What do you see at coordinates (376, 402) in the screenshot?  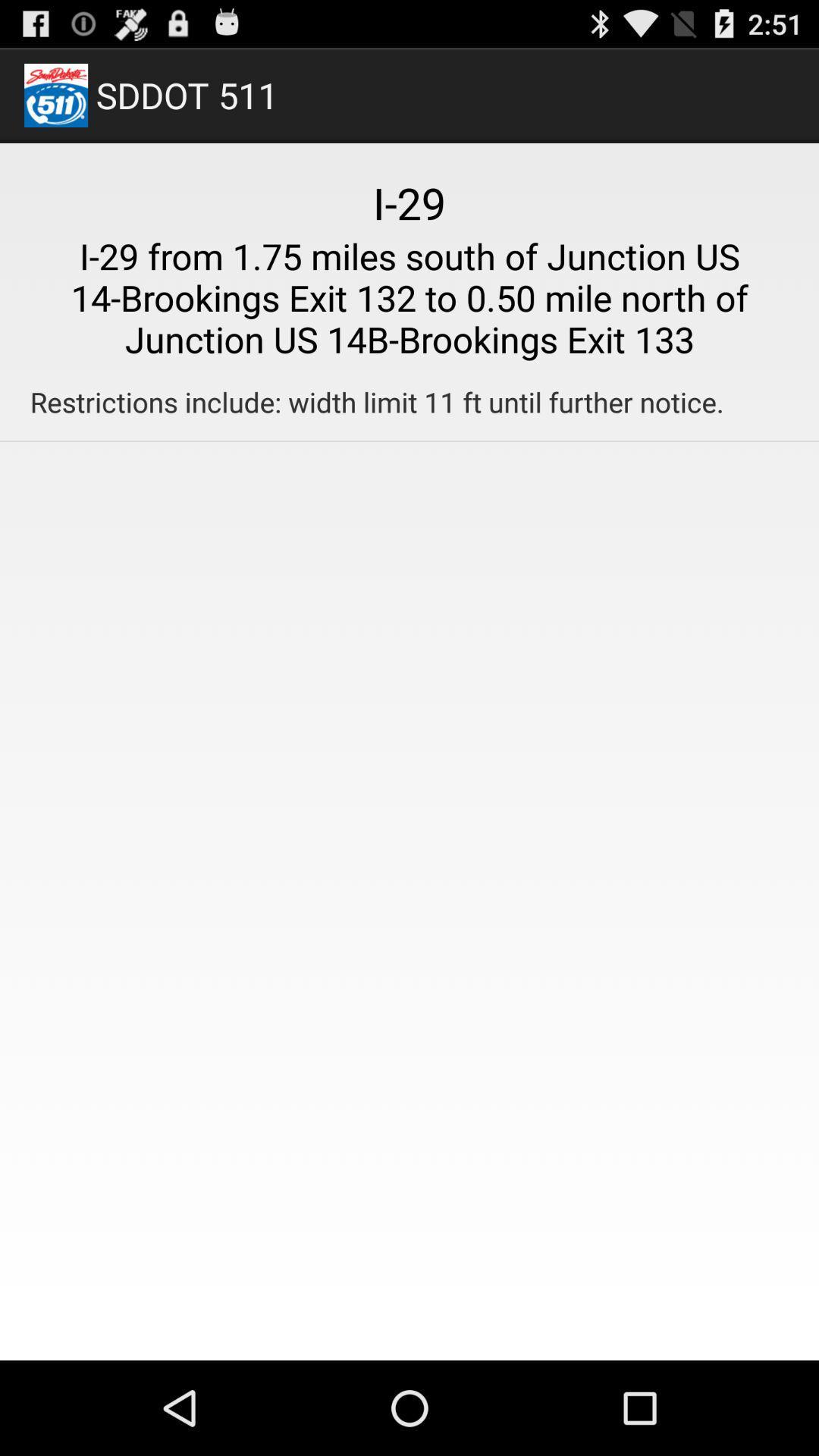 I see `the app below the i 29 from app` at bounding box center [376, 402].